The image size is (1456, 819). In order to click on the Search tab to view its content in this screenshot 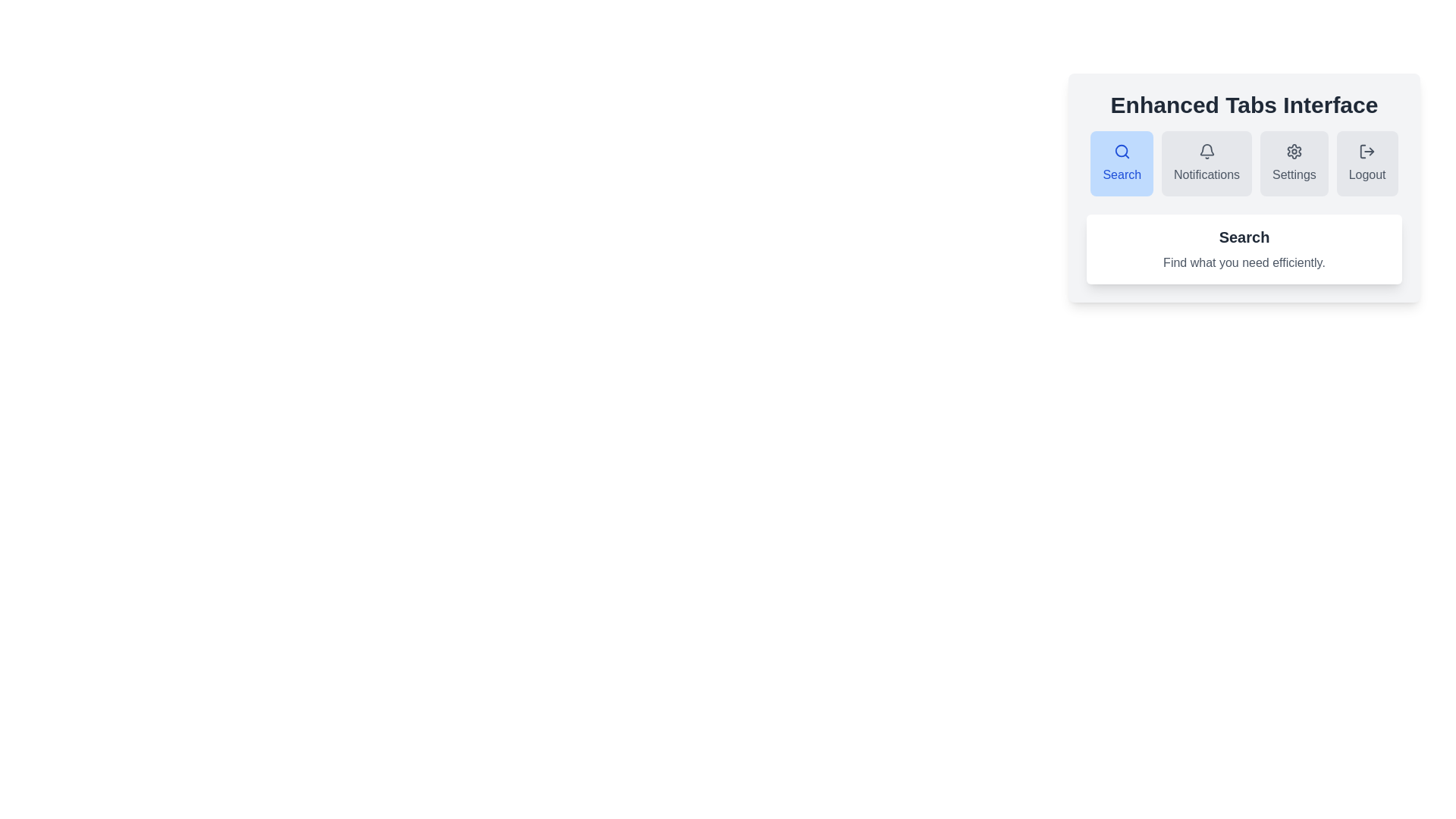, I will do `click(1122, 164)`.